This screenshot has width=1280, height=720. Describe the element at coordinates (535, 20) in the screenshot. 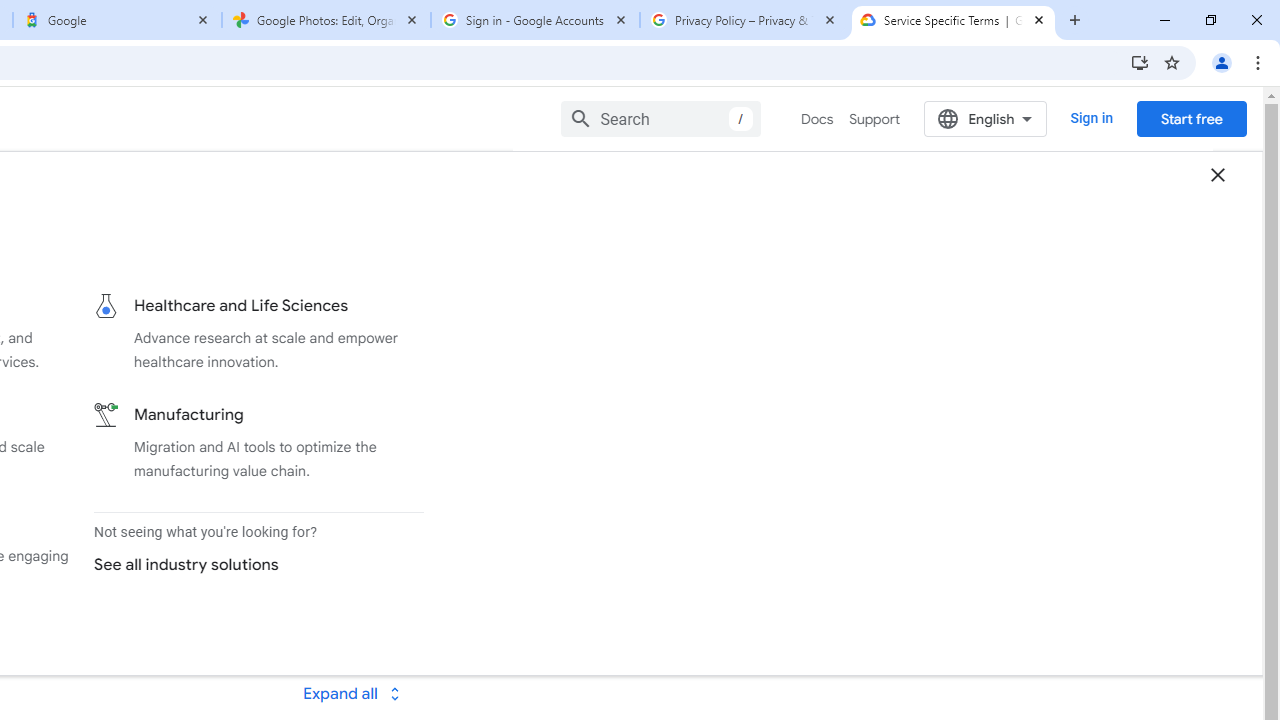

I see `'Sign in - Google Accounts'` at that location.